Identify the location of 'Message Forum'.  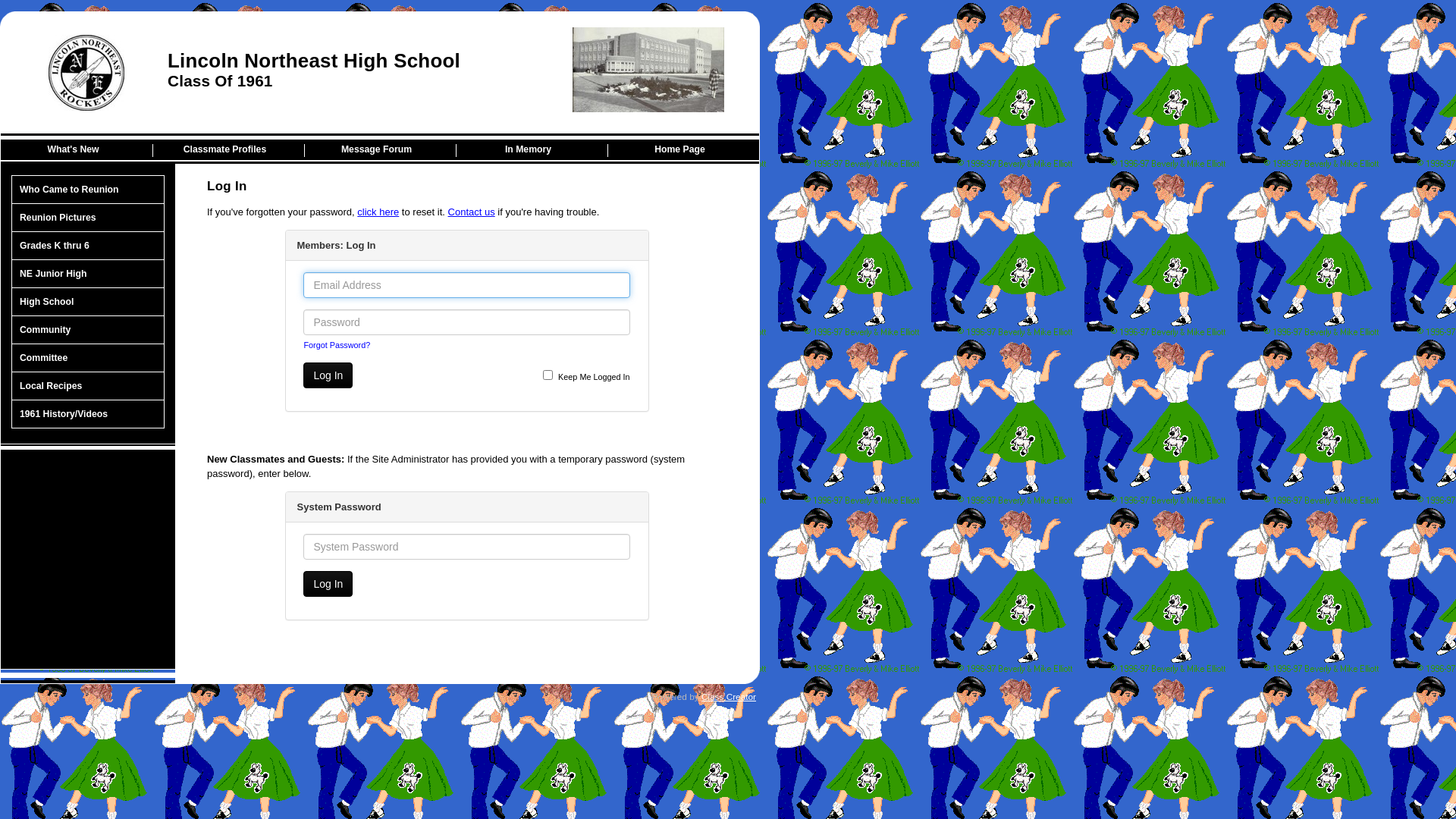
(380, 149).